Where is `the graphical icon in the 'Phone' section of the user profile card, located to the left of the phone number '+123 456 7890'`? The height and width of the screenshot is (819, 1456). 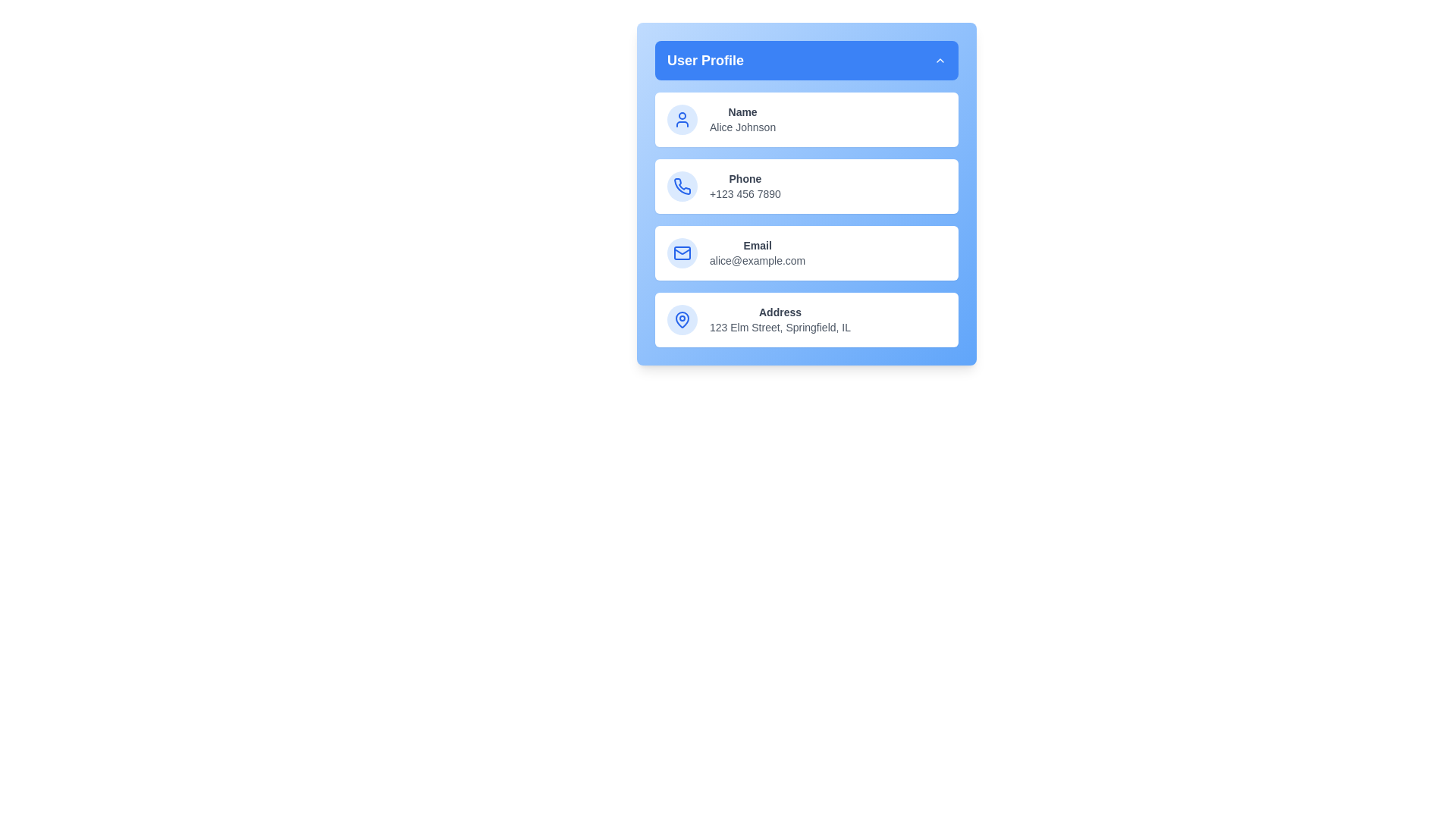 the graphical icon in the 'Phone' section of the user profile card, located to the left of the phone number '+123 456 7890' is located at coordinates (682, 185).